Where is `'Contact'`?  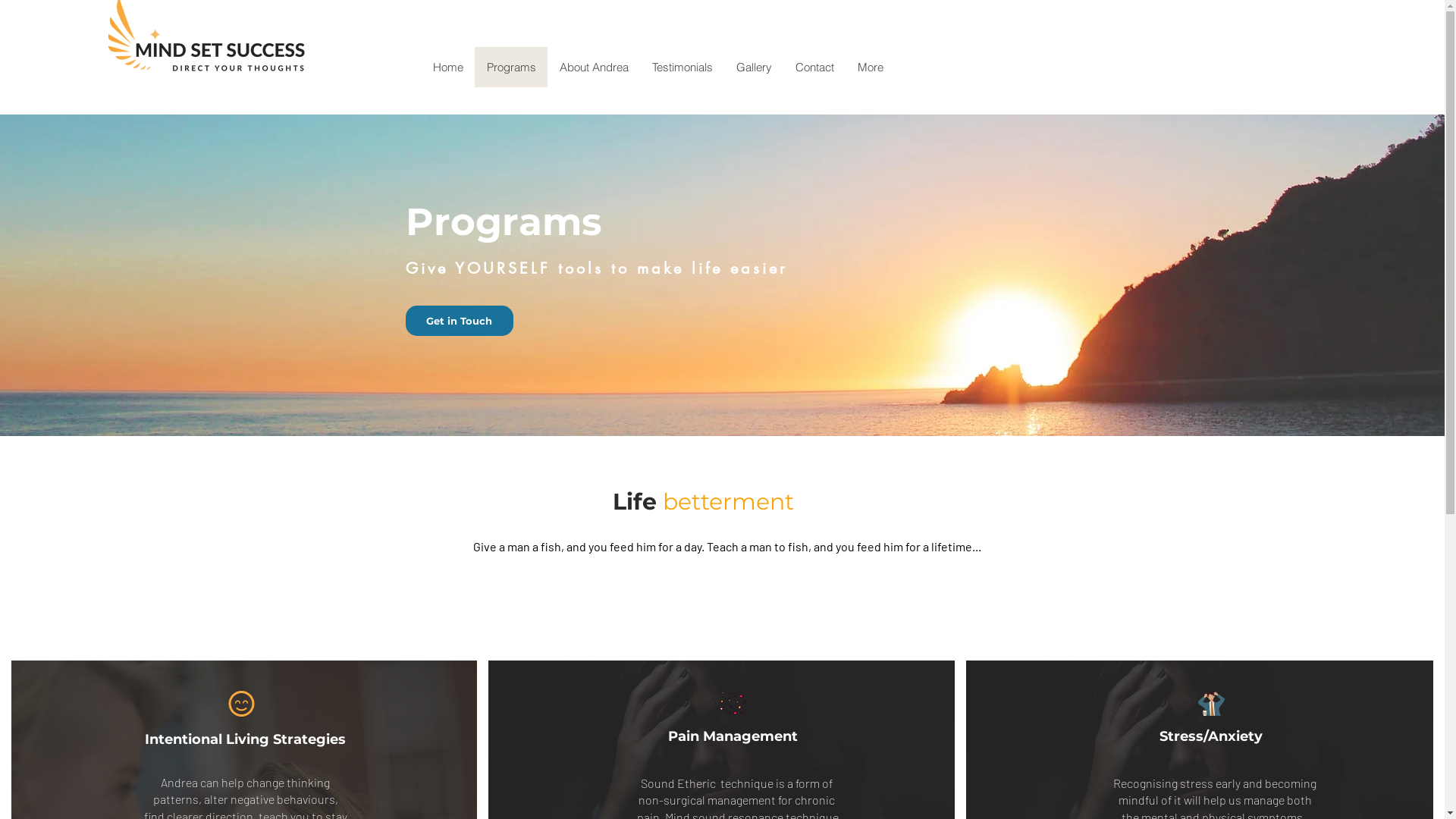
'Contact' is located at coordinates (814, 66).